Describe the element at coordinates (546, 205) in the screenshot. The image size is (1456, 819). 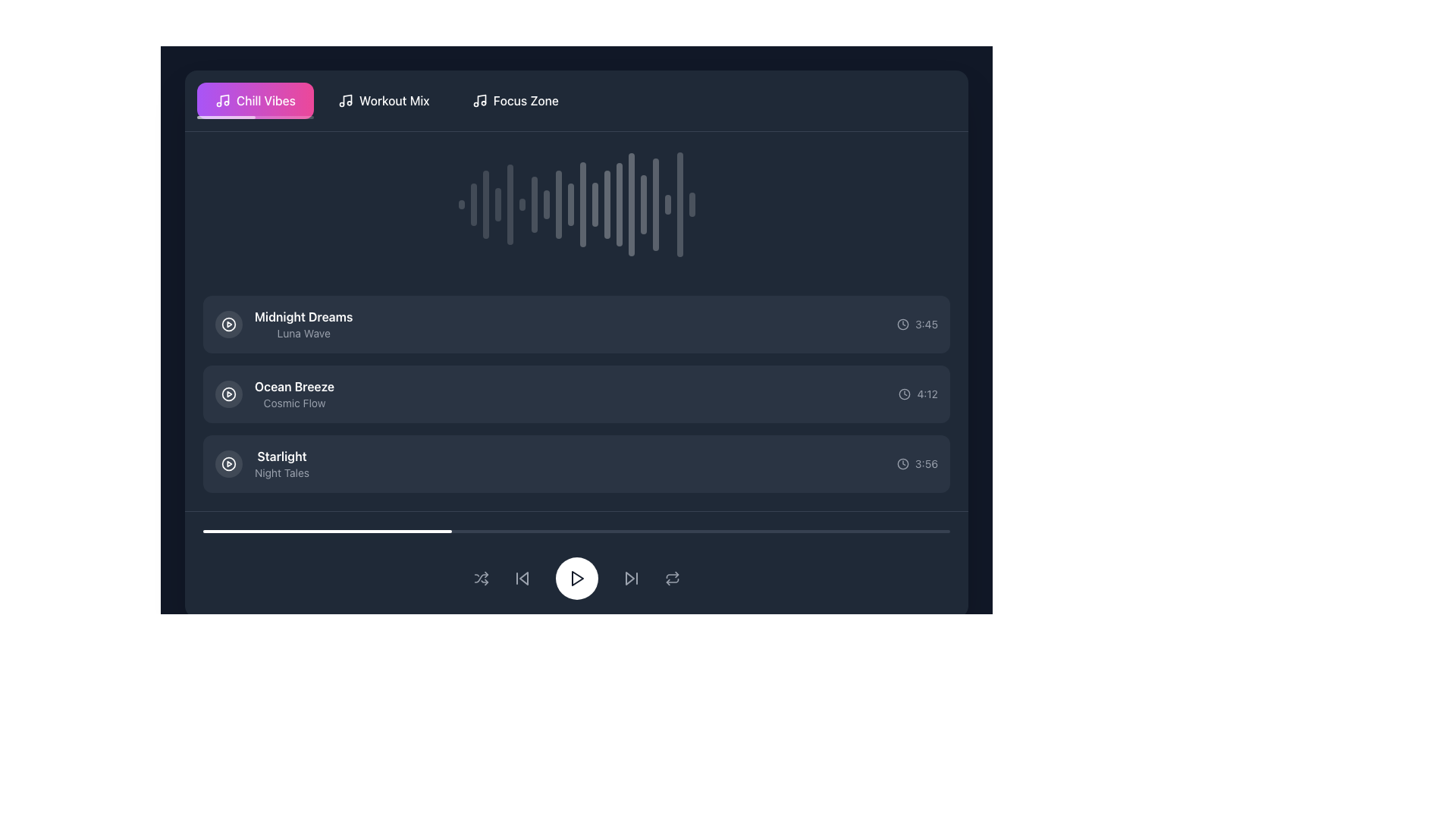
I see `the eighth waveform bar representing audio playback in the upper section of the interface` at that location.